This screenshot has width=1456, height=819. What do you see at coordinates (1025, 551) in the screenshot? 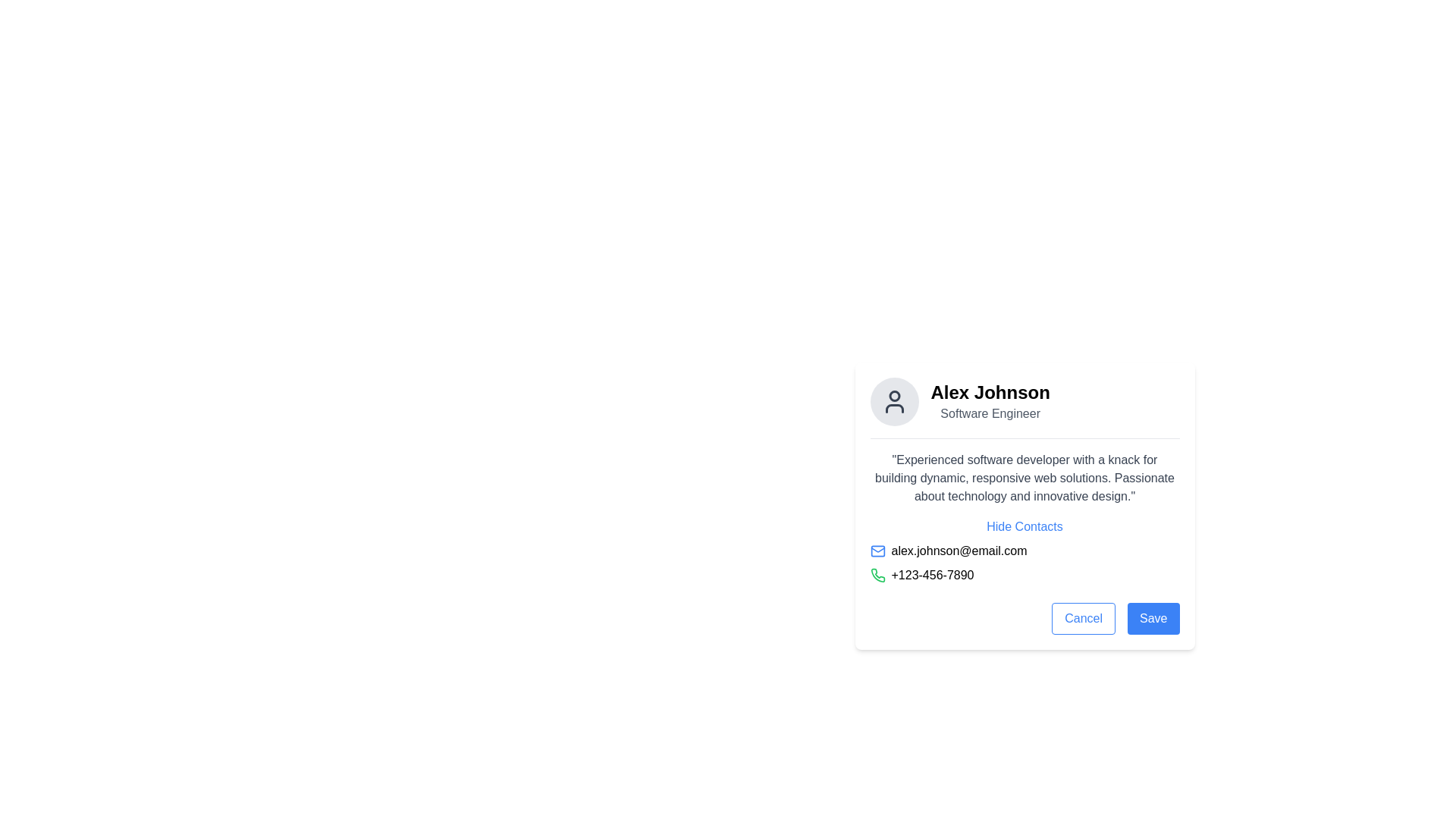
I see `the email address displayed` at bounding box center [1025, 551].